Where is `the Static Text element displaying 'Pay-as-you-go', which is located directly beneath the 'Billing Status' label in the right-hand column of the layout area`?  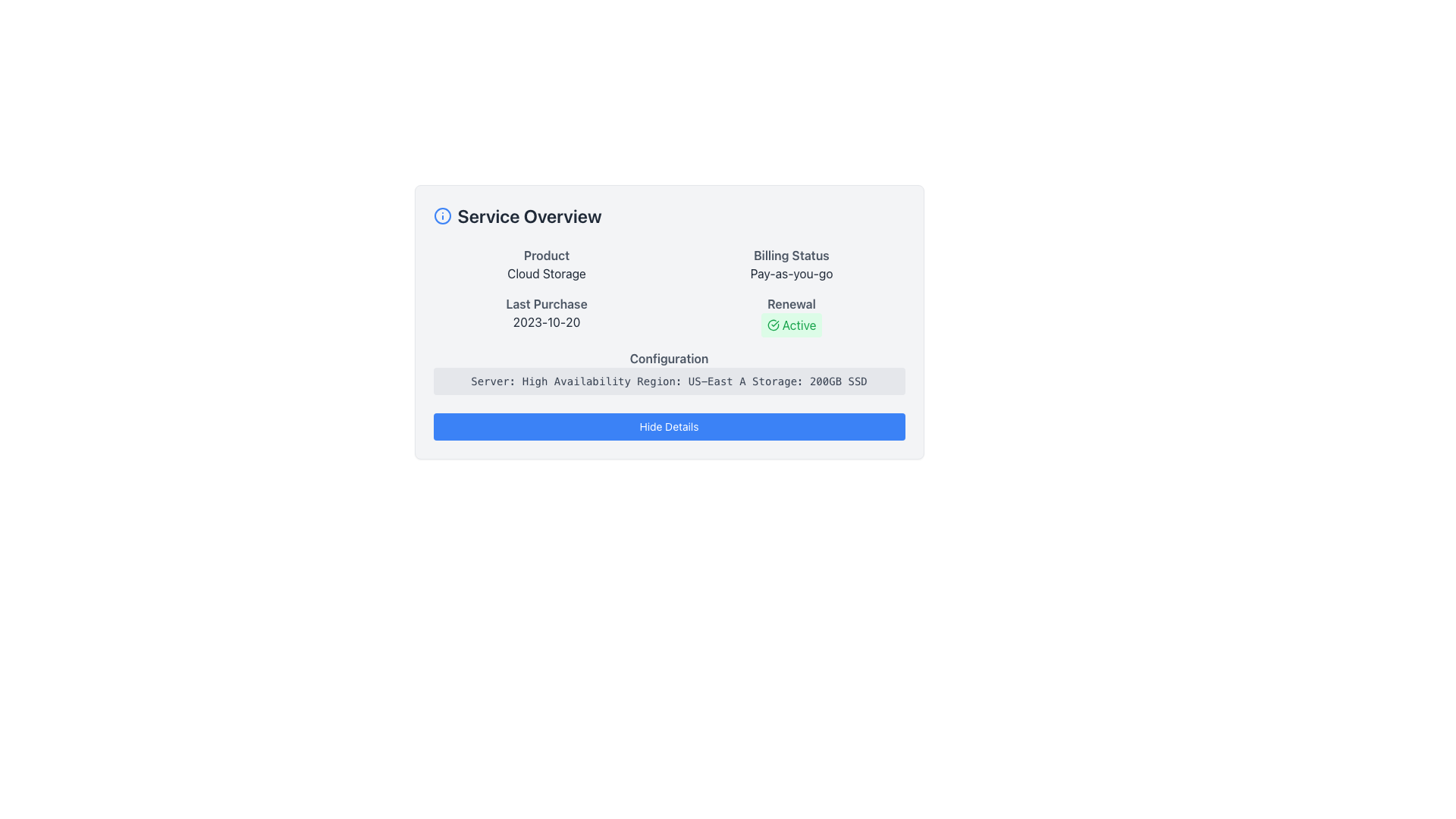 the Static Text element displaying 'Pay-as-you-go', which is located directly beneath the 'Billing Status' label in the right-hand column of the layout area is located at coordinates (790, 274).